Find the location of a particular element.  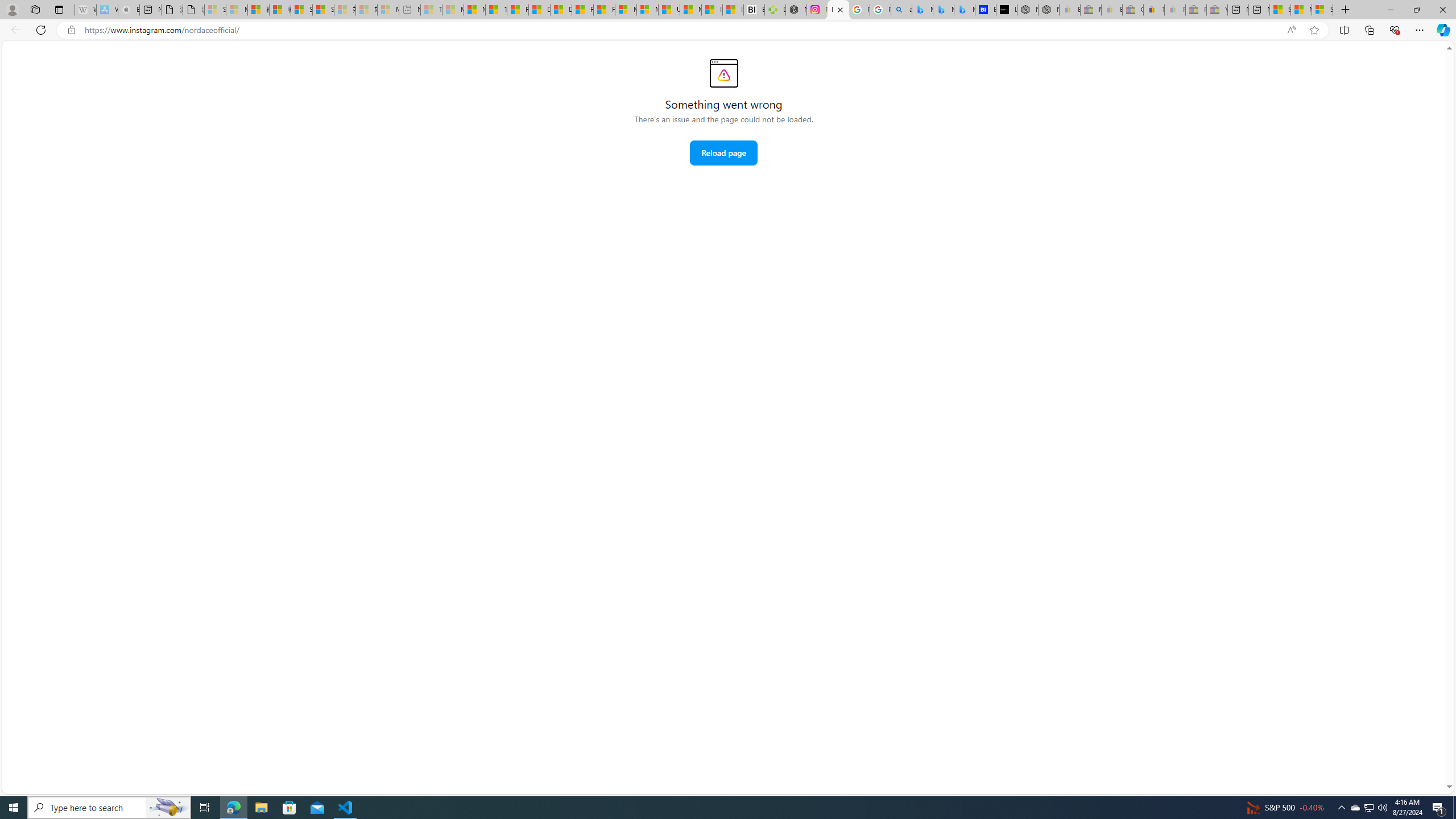

'Yard, Garden & Outdoor Living - Sleeping' is located at coordinates (1215, 9).